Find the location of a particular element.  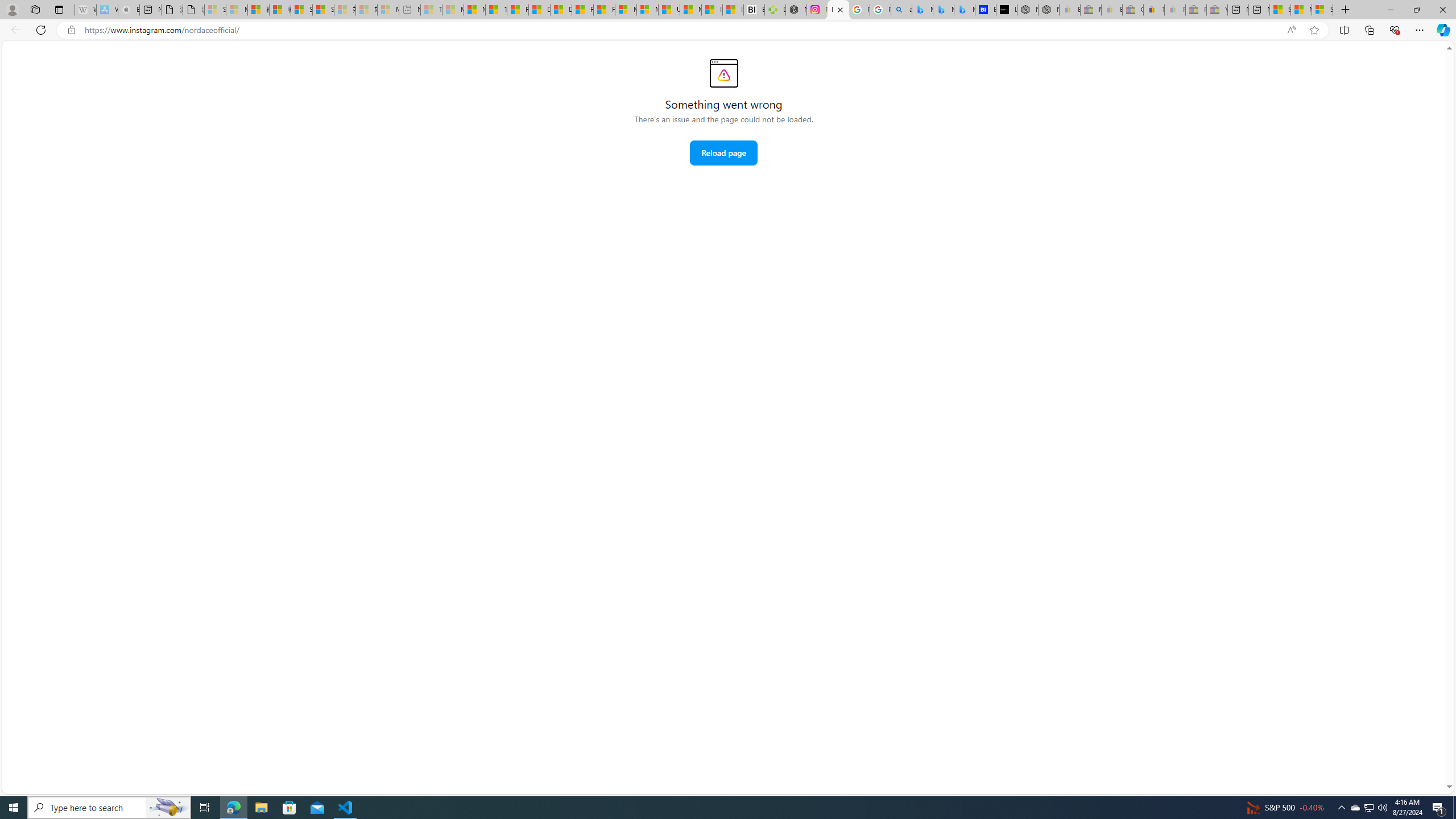

'Yard, Garden & Outdoor Living - Sleeping' is located at coordinates (1215, 9).